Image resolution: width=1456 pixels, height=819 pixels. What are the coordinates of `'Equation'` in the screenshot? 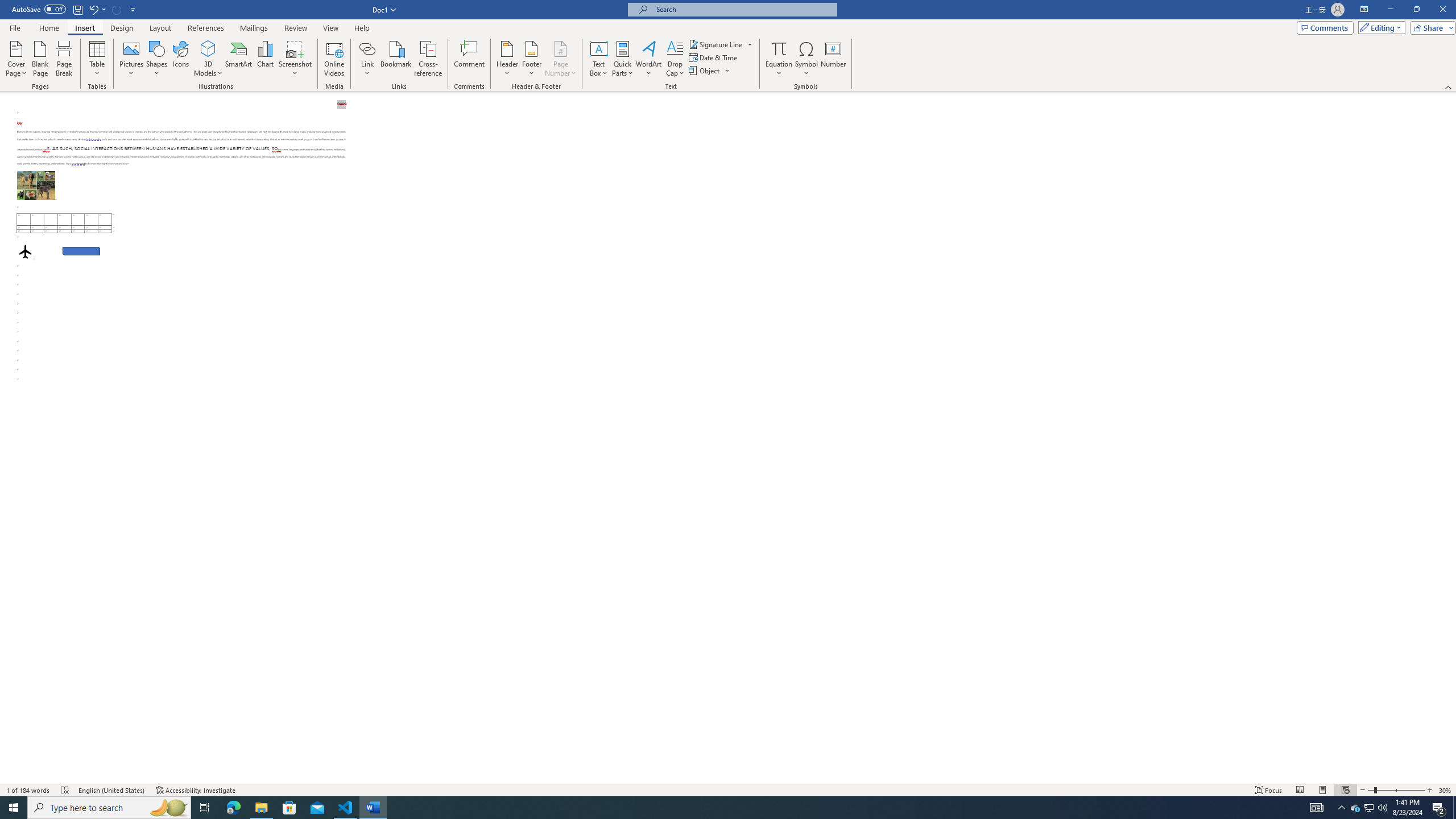 It's located at (779, 59).